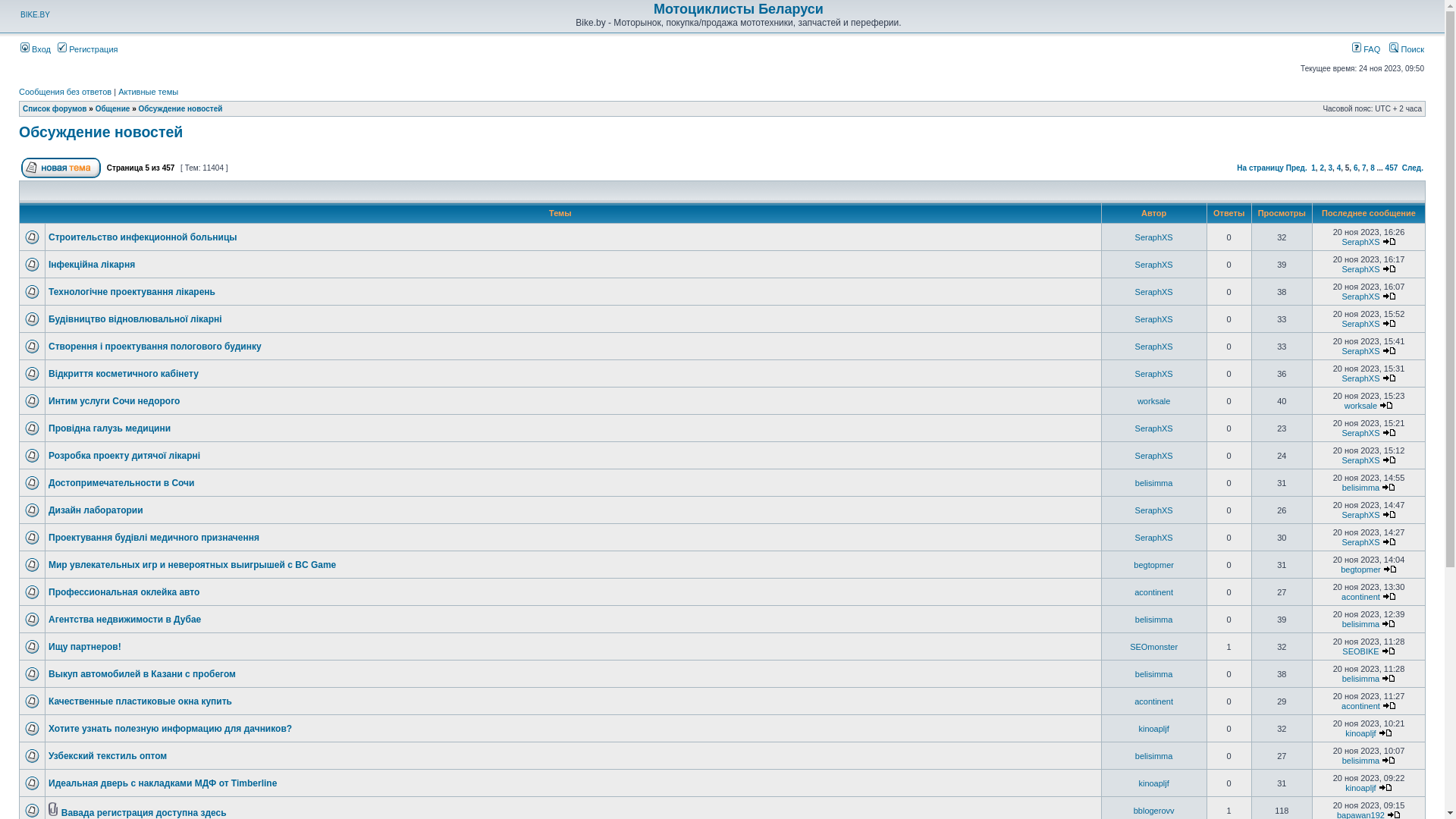  Describe the element at coordinates (1372, 168) in the screenshot. I see `'8'` at that location.